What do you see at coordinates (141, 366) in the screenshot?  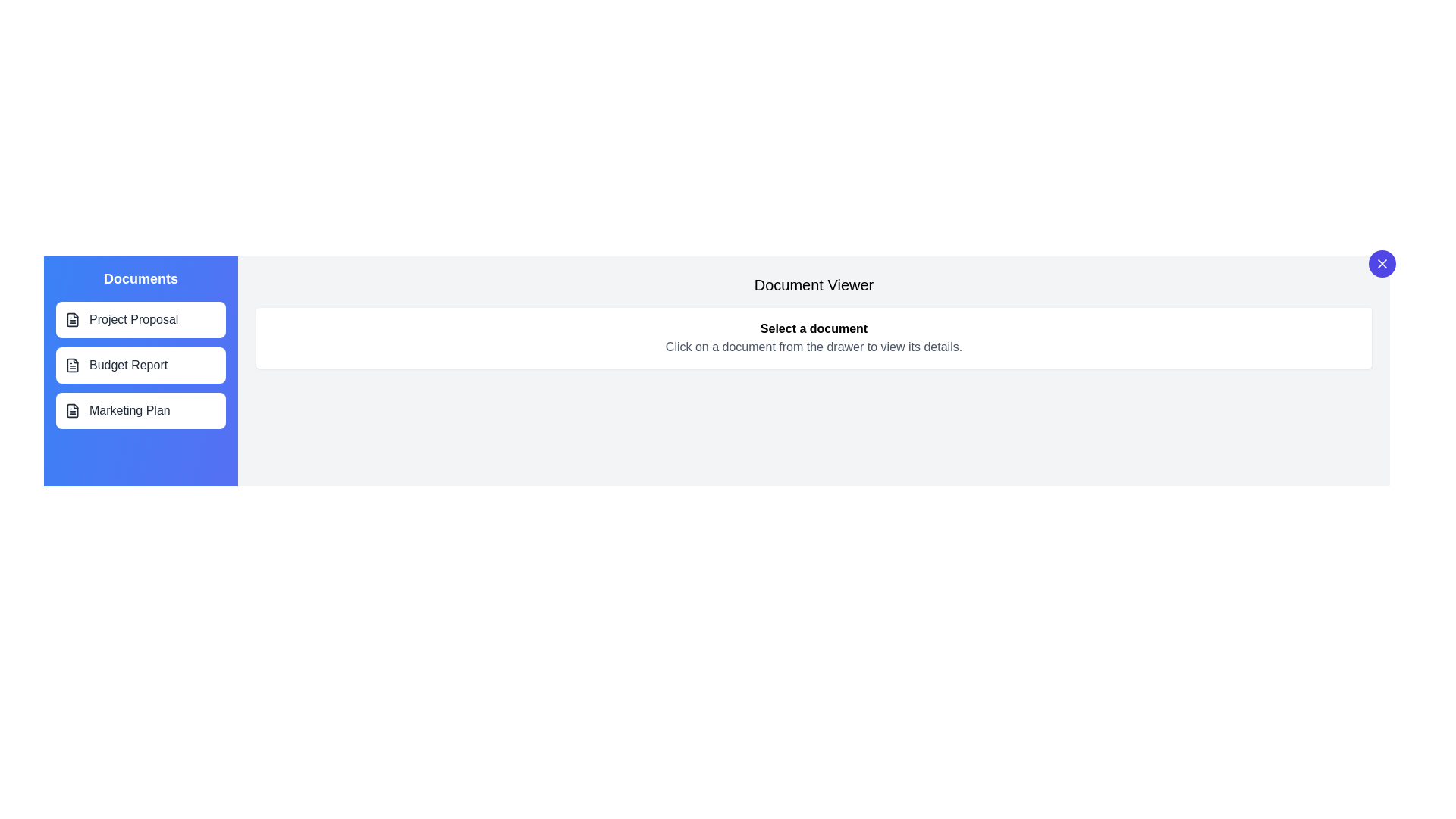 I see `the document item labeled Budget Report to preview its interactivity` at bounding box center [141, 366].